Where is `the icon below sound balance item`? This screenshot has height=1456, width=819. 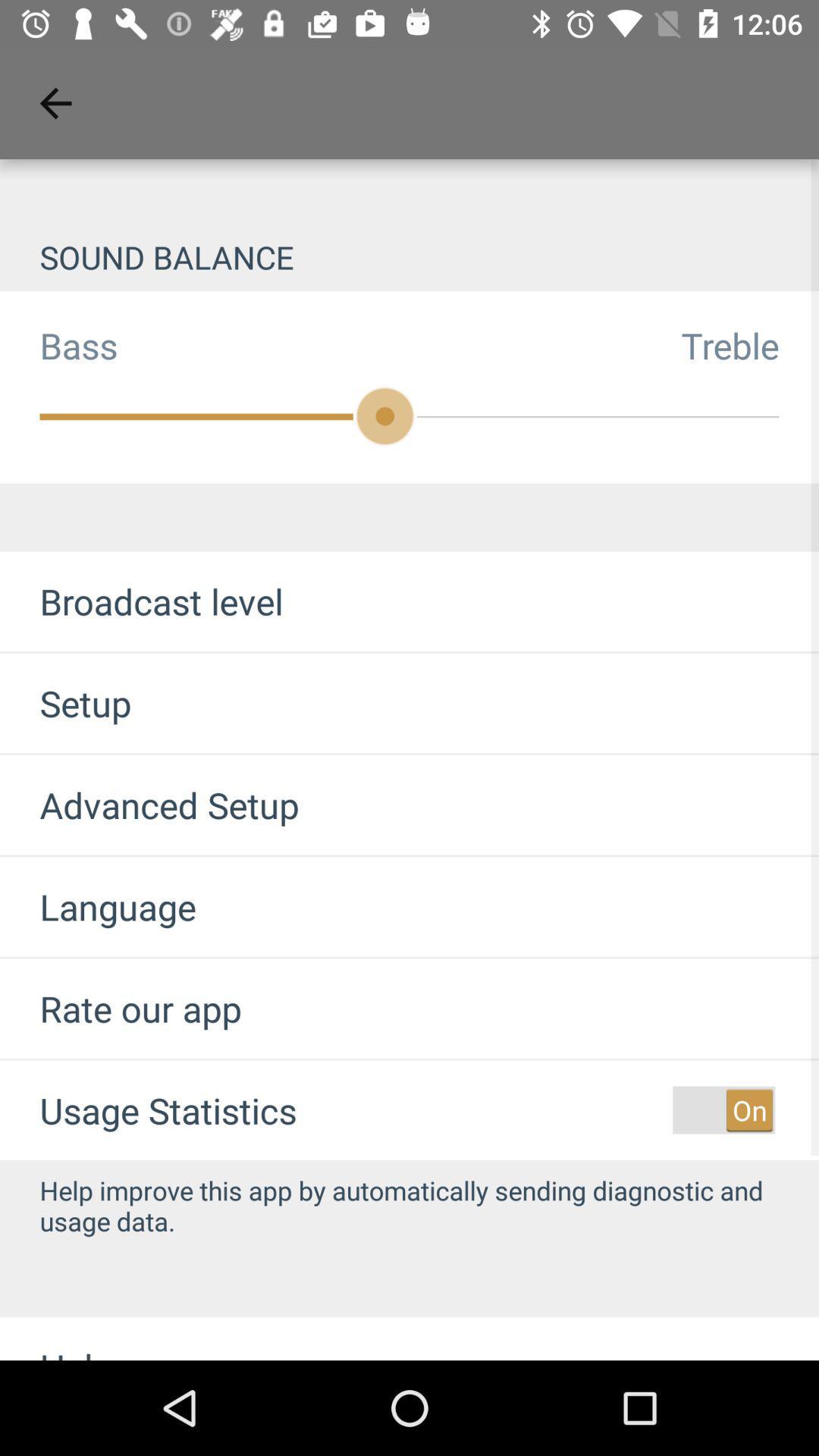
the icon below sound balance item is located at coordinates (749, 344).